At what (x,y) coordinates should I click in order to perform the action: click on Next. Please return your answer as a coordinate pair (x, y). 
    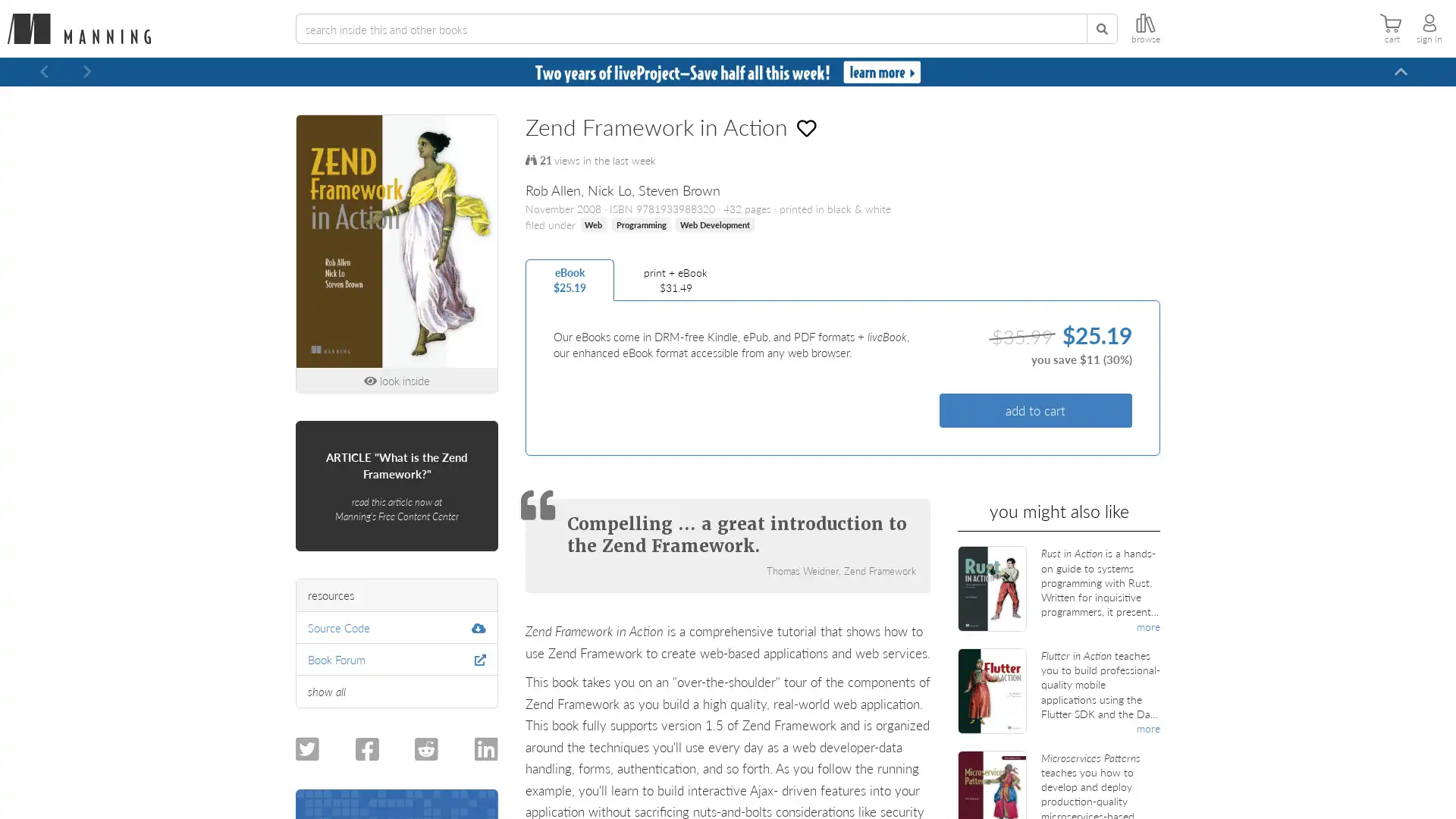
    Looking at the image, I should click on (86, 72).